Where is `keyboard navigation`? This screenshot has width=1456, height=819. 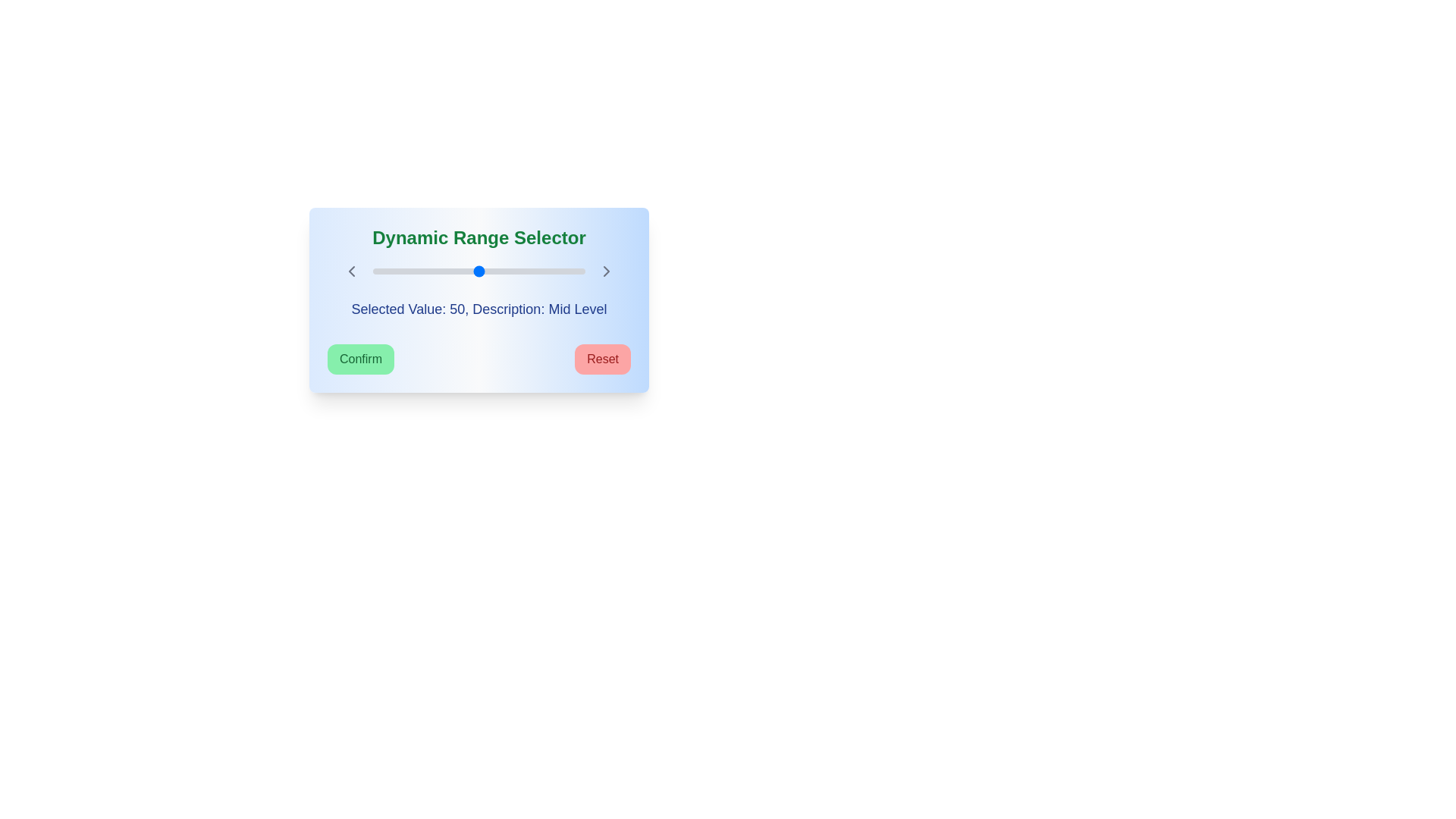 keyboard navigation is located at coordinates (359, 359).